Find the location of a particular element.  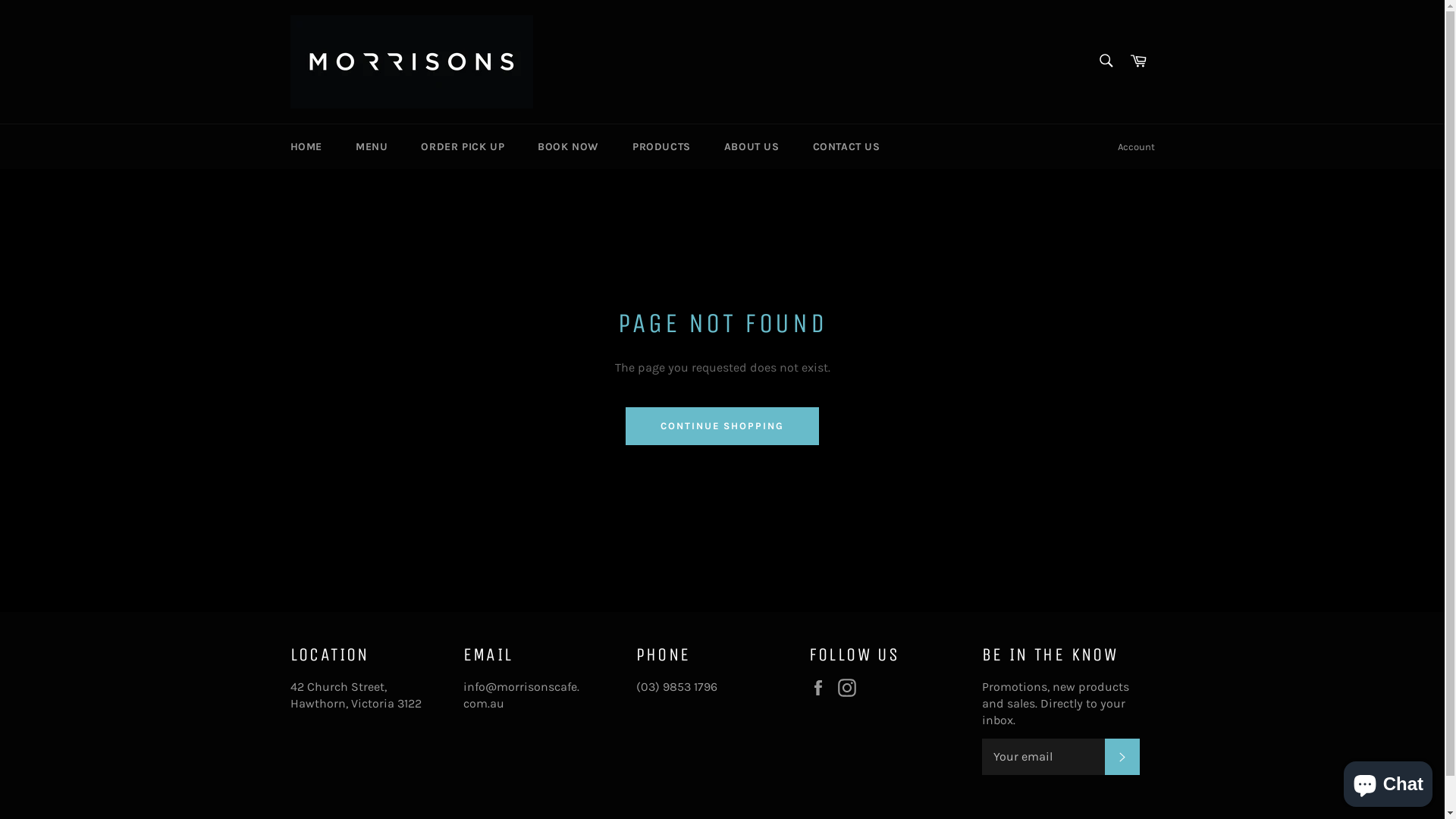

'(03) 9853 1796' is located at coordinates (635, 686).